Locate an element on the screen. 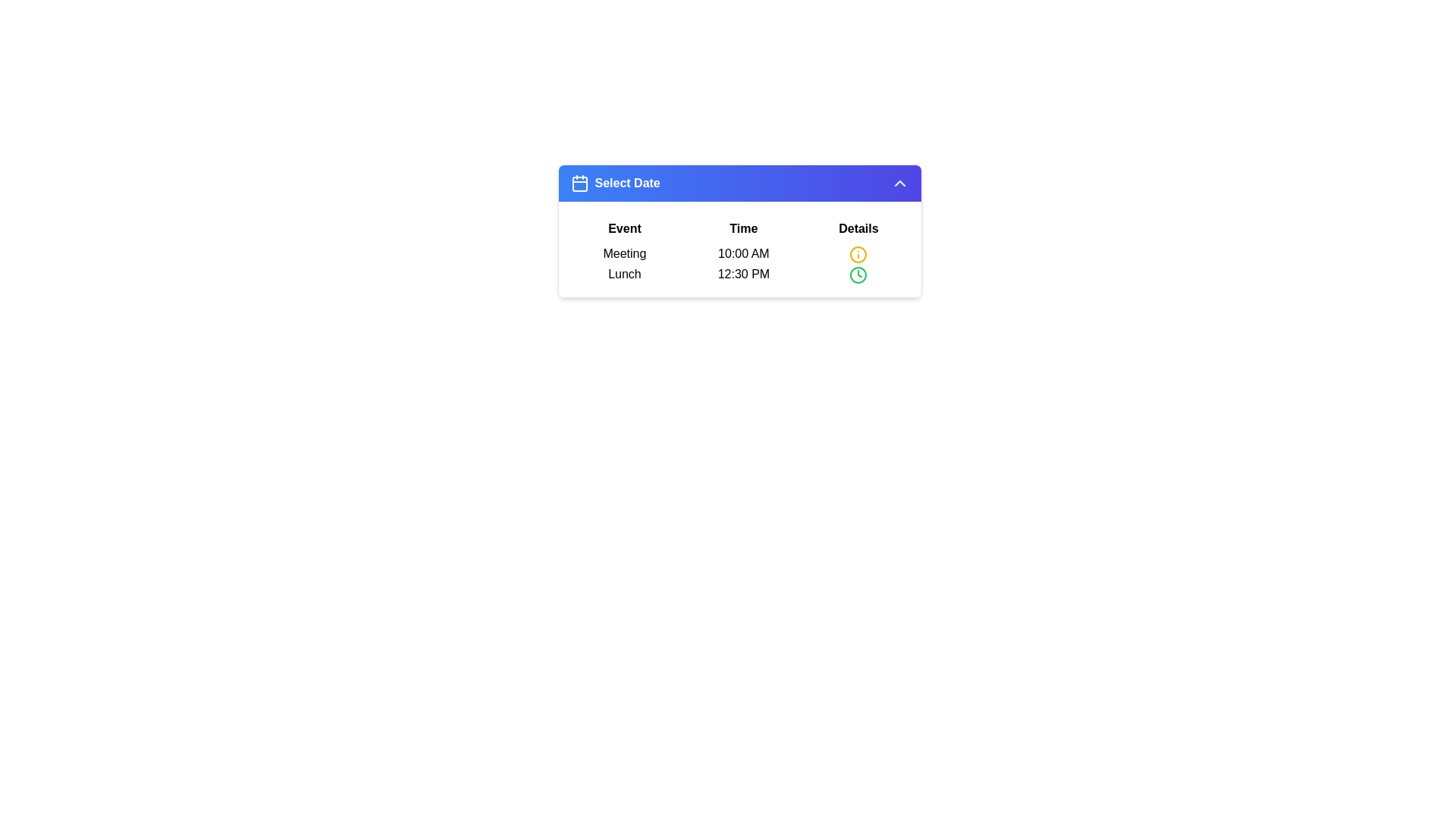 This screenshot has height=819, width=1456. the third subcomponent of the calendar-shaped icon that represents a part of the calendar, located to the left of the 'Select Date' header is located at coordinates (579, 184).